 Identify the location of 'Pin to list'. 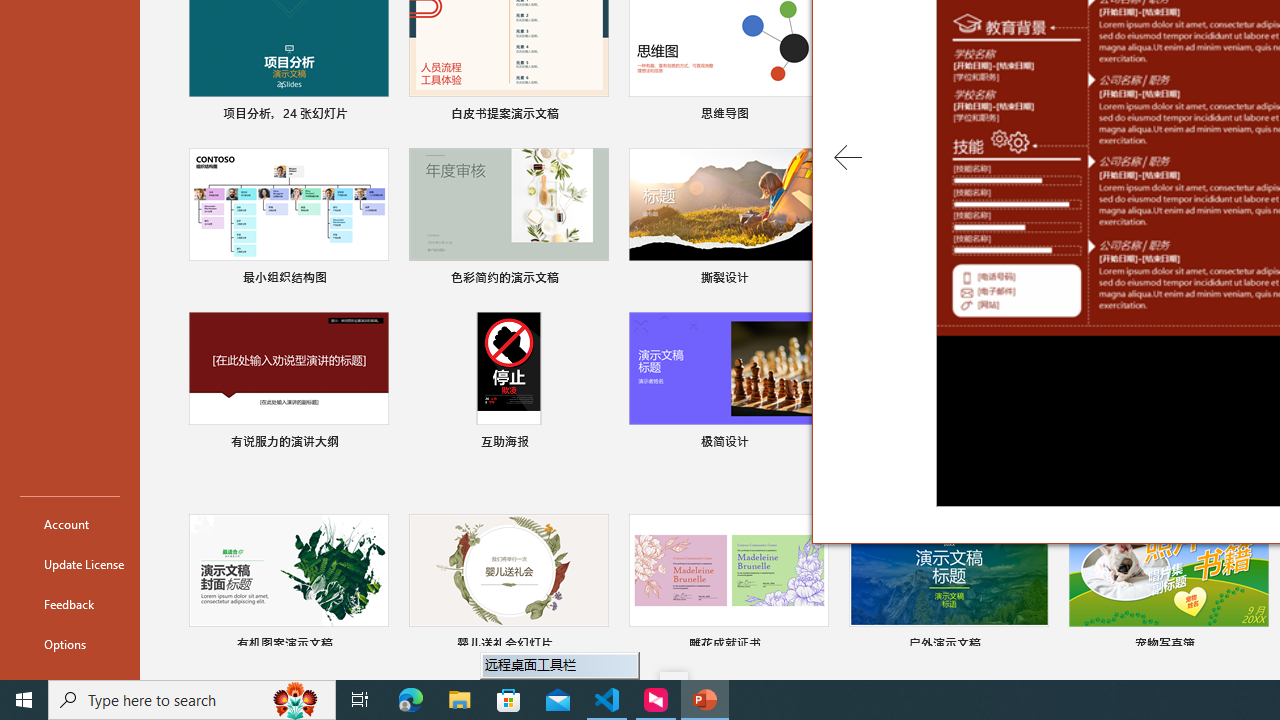
(1254, 645).